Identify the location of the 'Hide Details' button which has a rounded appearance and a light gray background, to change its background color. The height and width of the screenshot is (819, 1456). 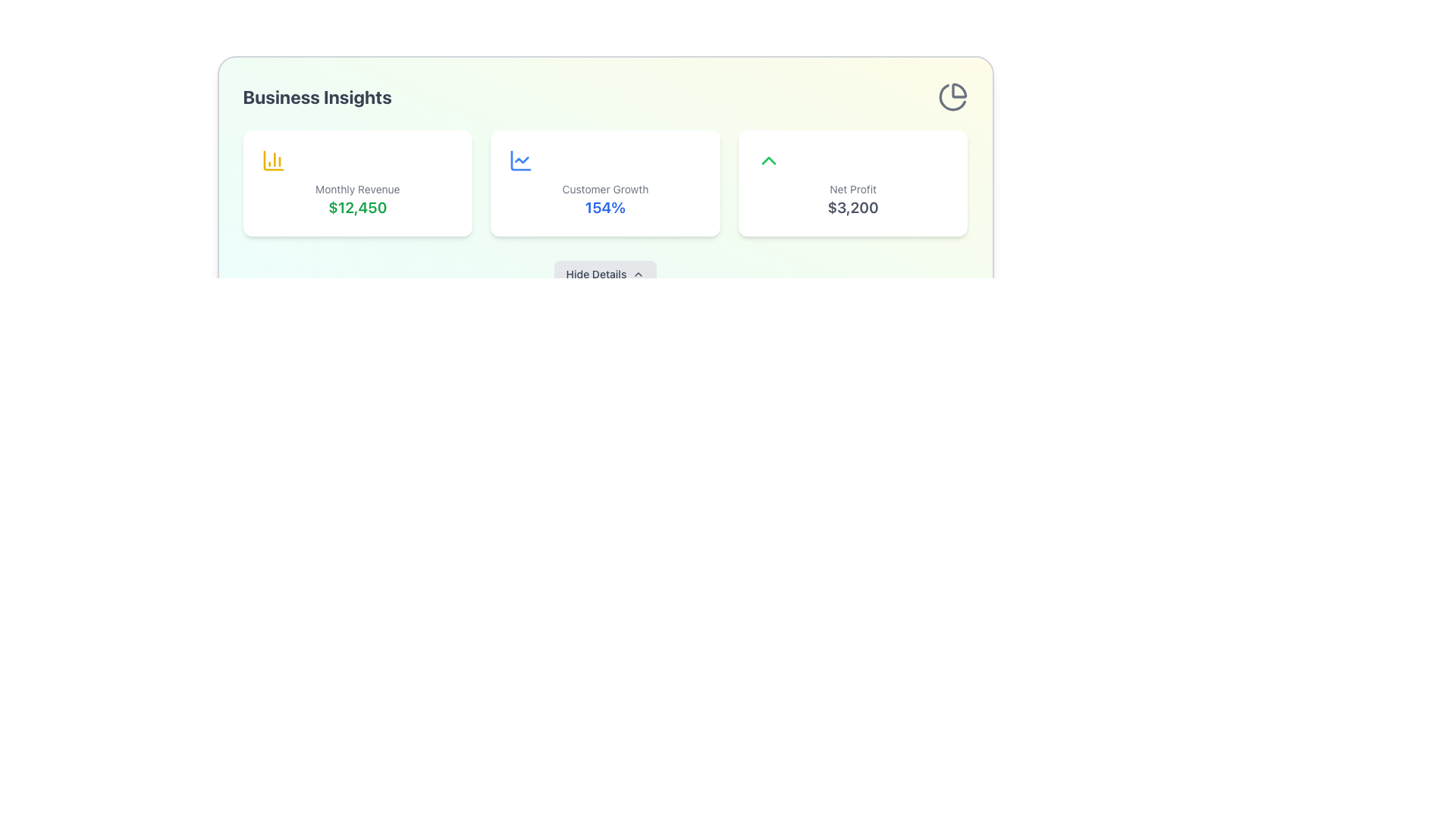
(604, 275).